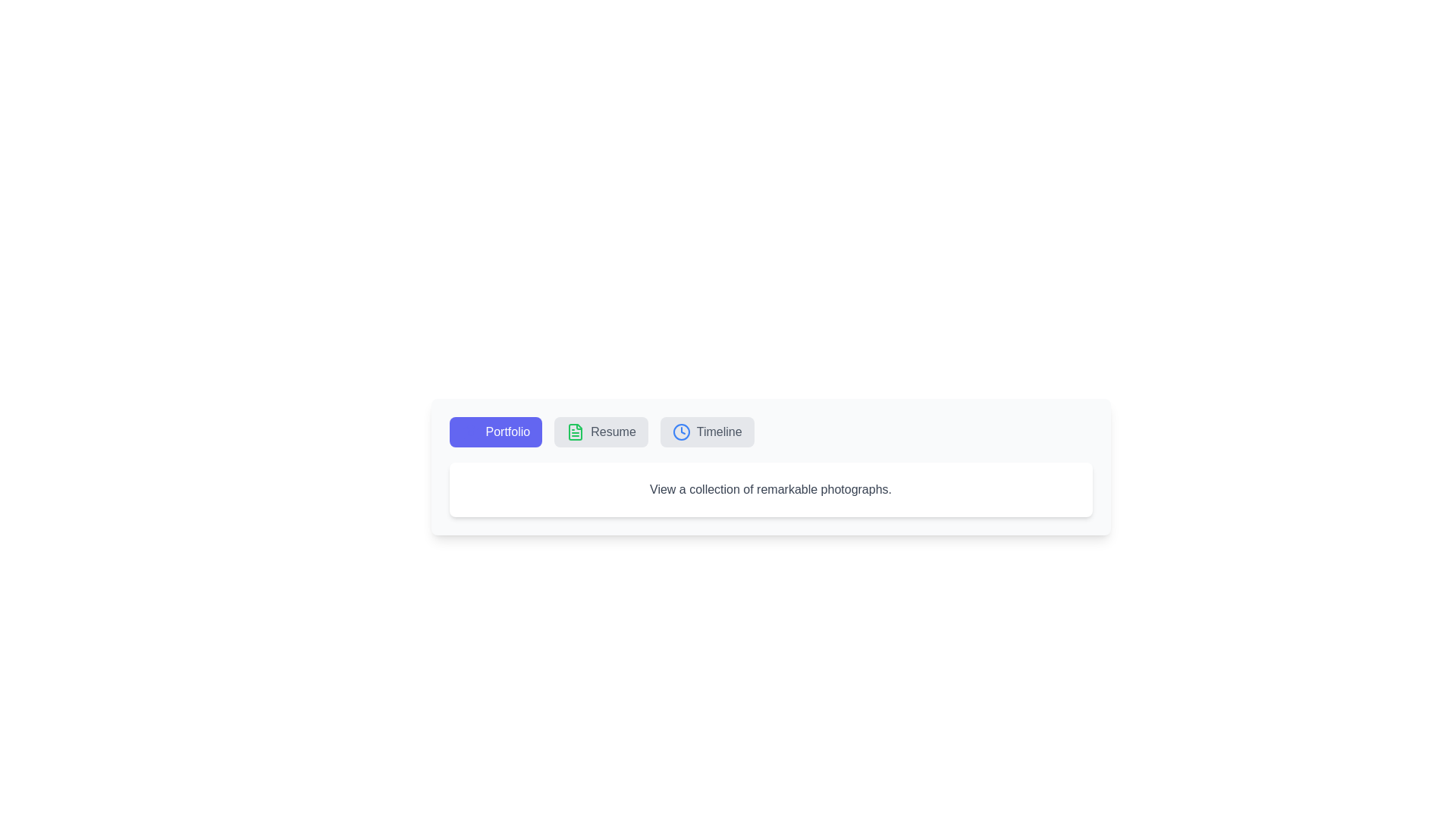  I want to click on the Timeline tab to navigate to its content, so click(706, 432).